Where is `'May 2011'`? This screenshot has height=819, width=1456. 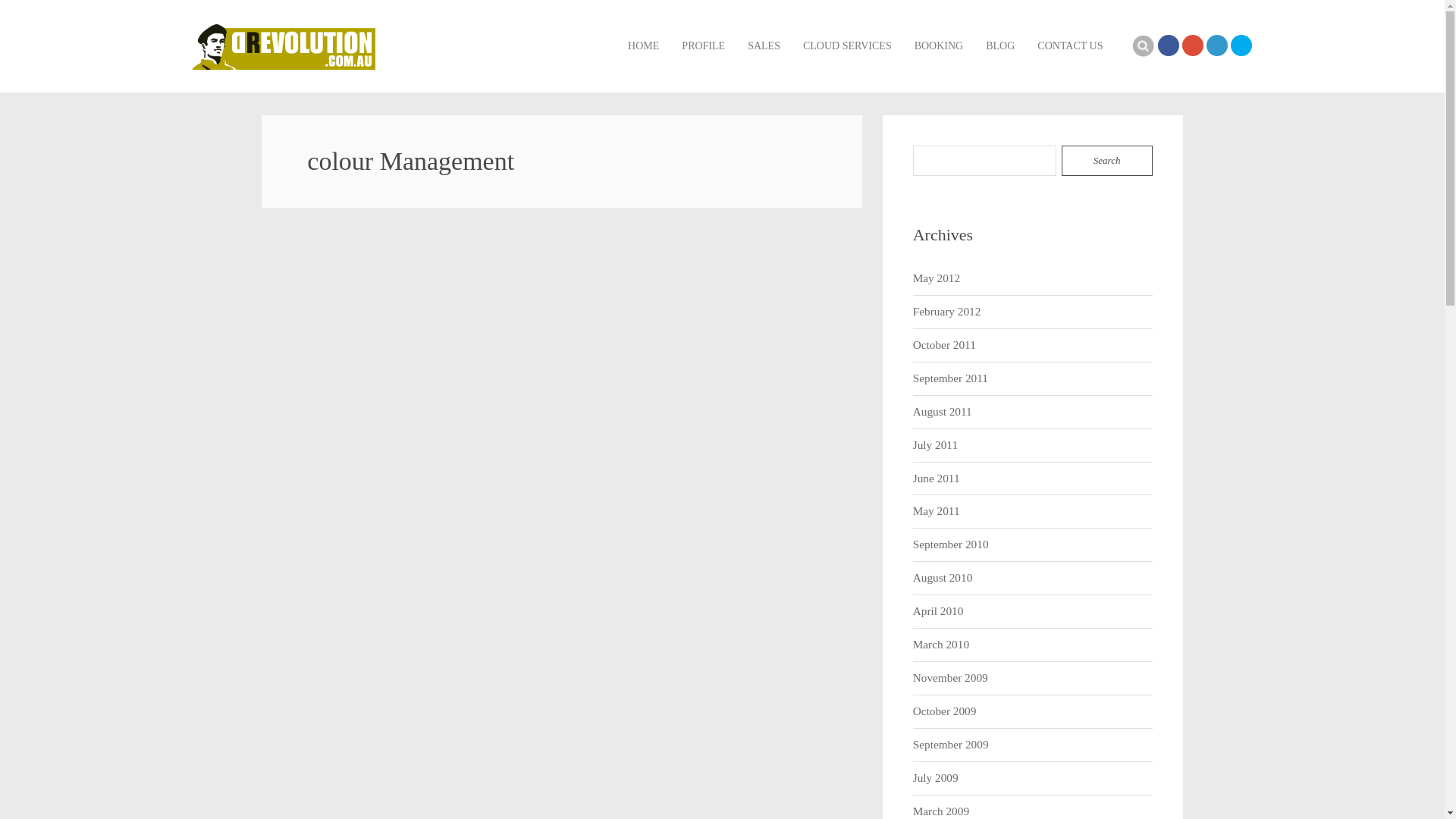
'May 2011' is located at coordinates (935, 511).